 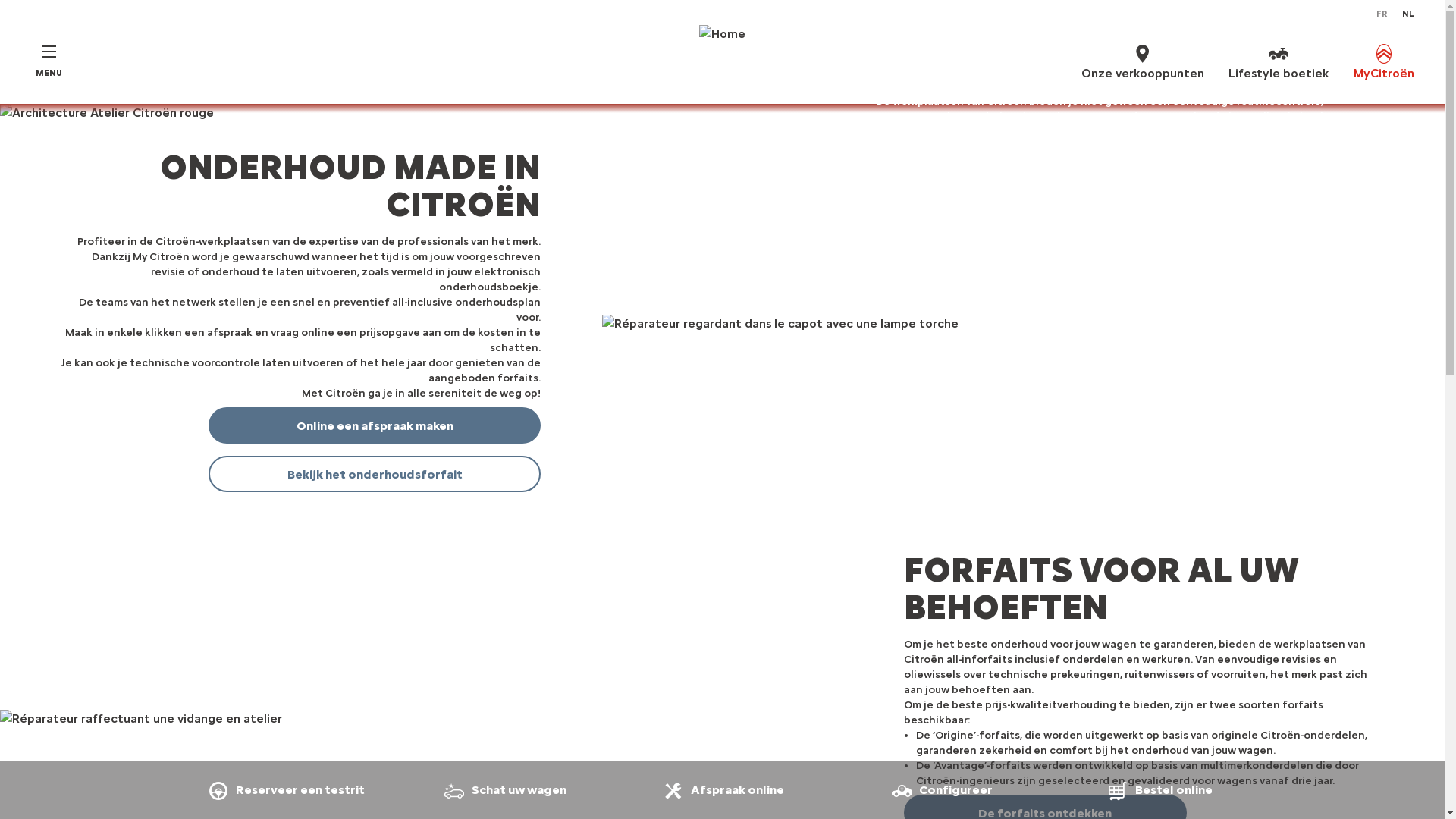 I want to click on 'Schat uw wagen', so click(x=503, y=789).